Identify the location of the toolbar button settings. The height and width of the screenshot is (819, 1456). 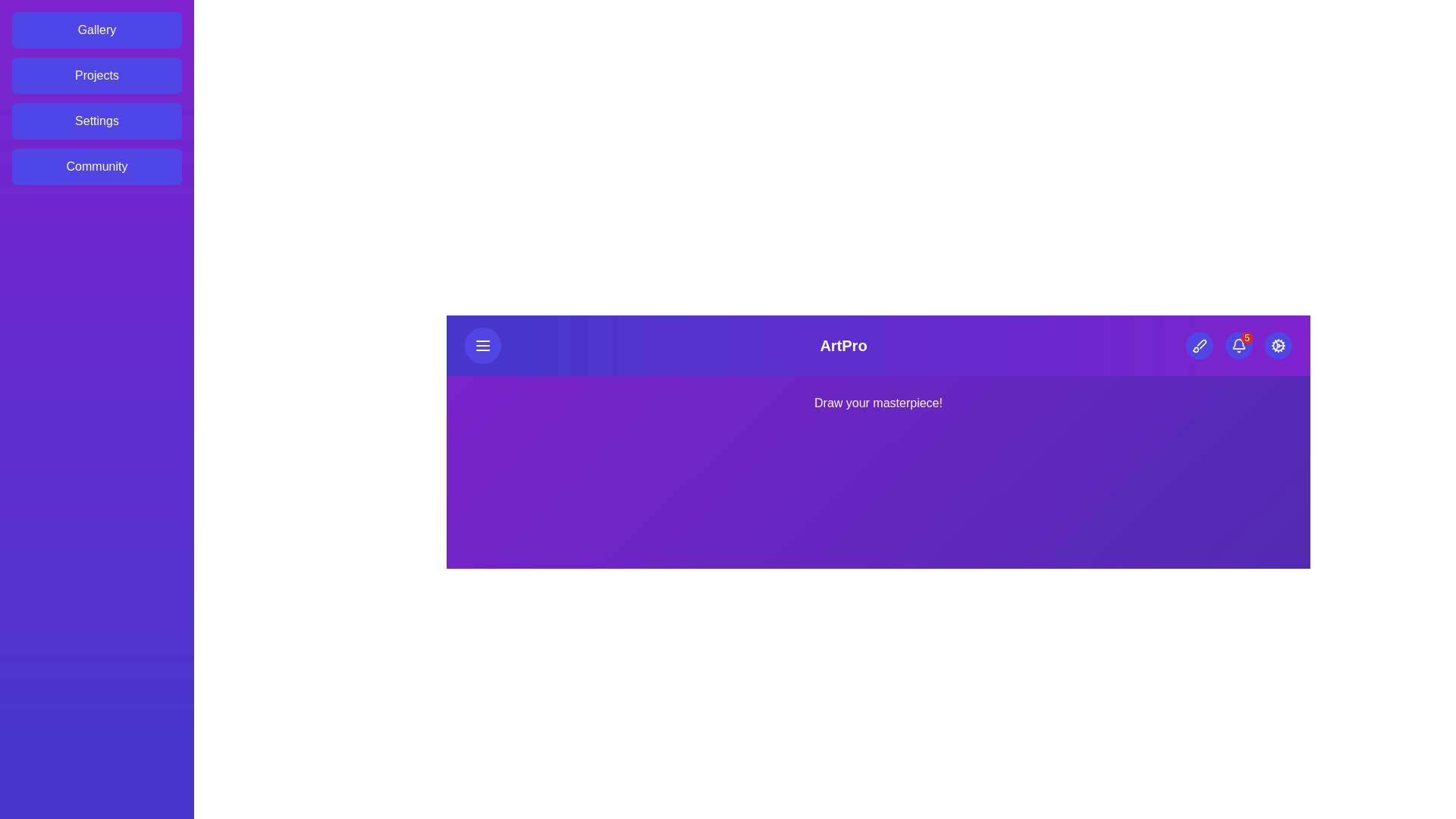
(1276, 345).